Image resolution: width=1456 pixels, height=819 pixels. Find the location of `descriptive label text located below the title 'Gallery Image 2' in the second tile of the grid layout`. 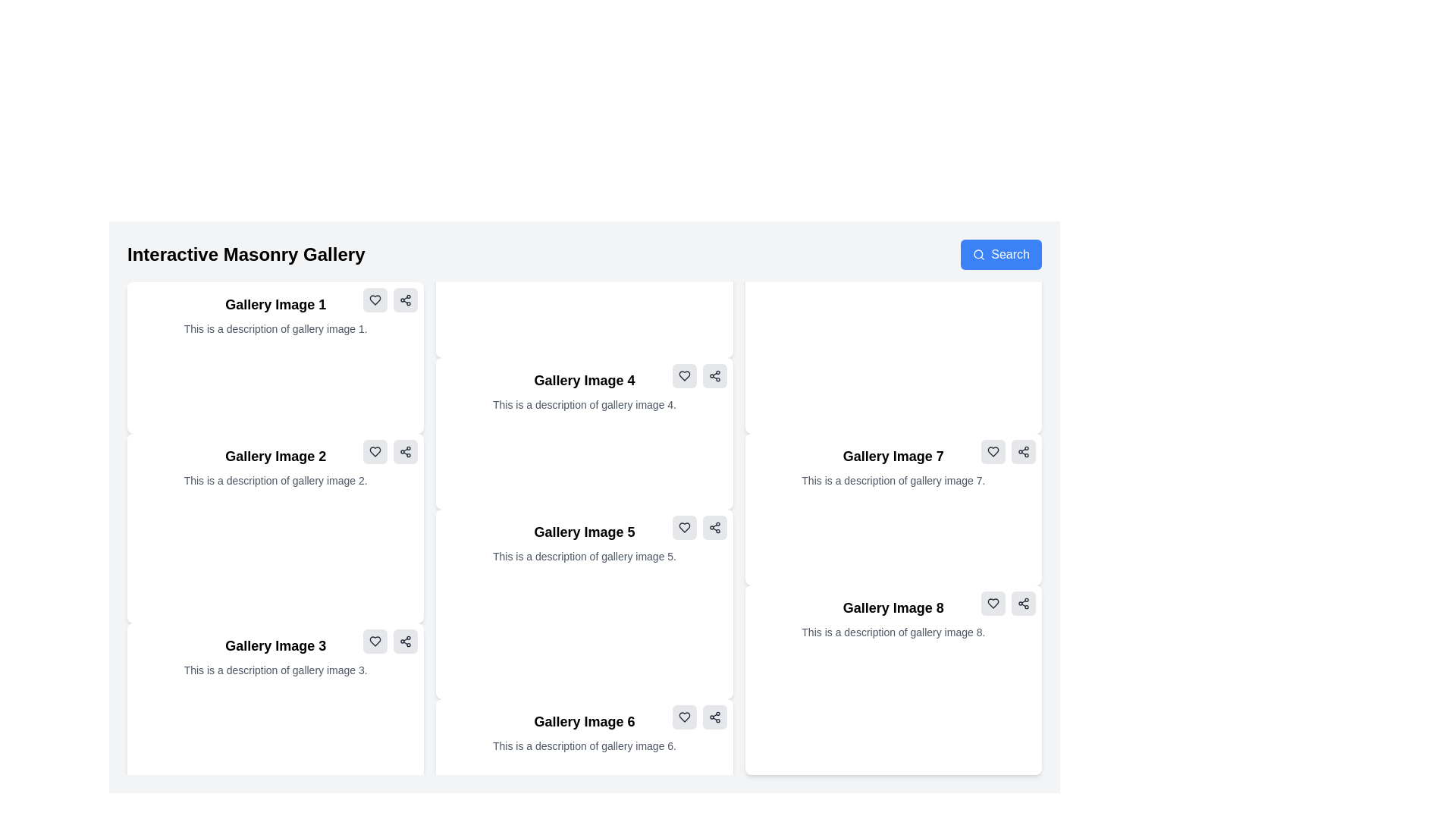

descriptive label text located below the title 'Gallery Image 2' in the second tile of the grid layout is located at coordinates (275, 480).